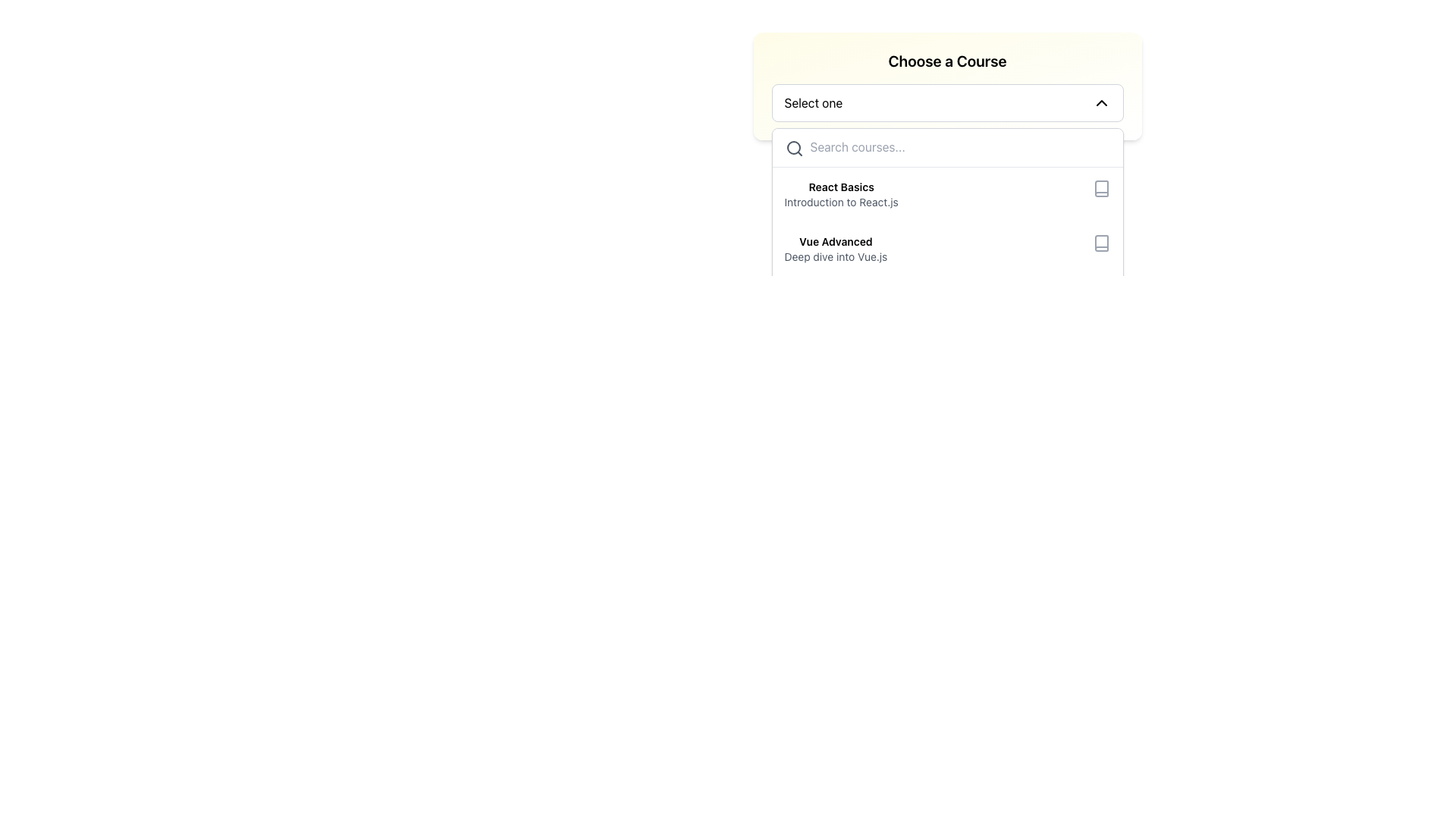 This screenshot has width=1456, height=819. I want to click on the 'Vue Advanced' course option in the dropdown menu, so click(835, 248).